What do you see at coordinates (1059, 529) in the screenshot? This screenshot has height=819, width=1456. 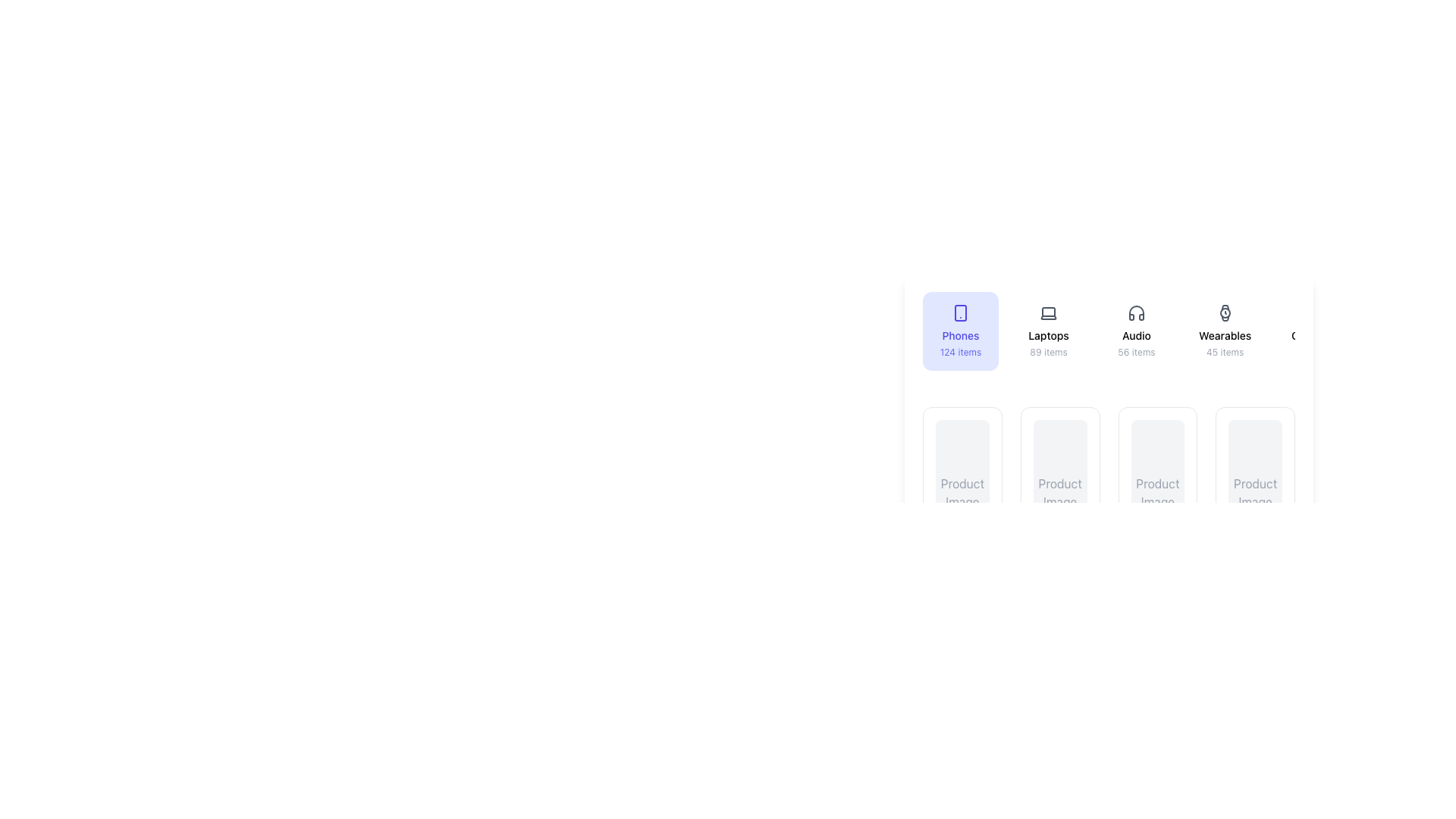 I see `the product card component which showcases product details such as image, title, price, and rating, located in the second column of a four-column grid` at bounding box center [1059, 529].